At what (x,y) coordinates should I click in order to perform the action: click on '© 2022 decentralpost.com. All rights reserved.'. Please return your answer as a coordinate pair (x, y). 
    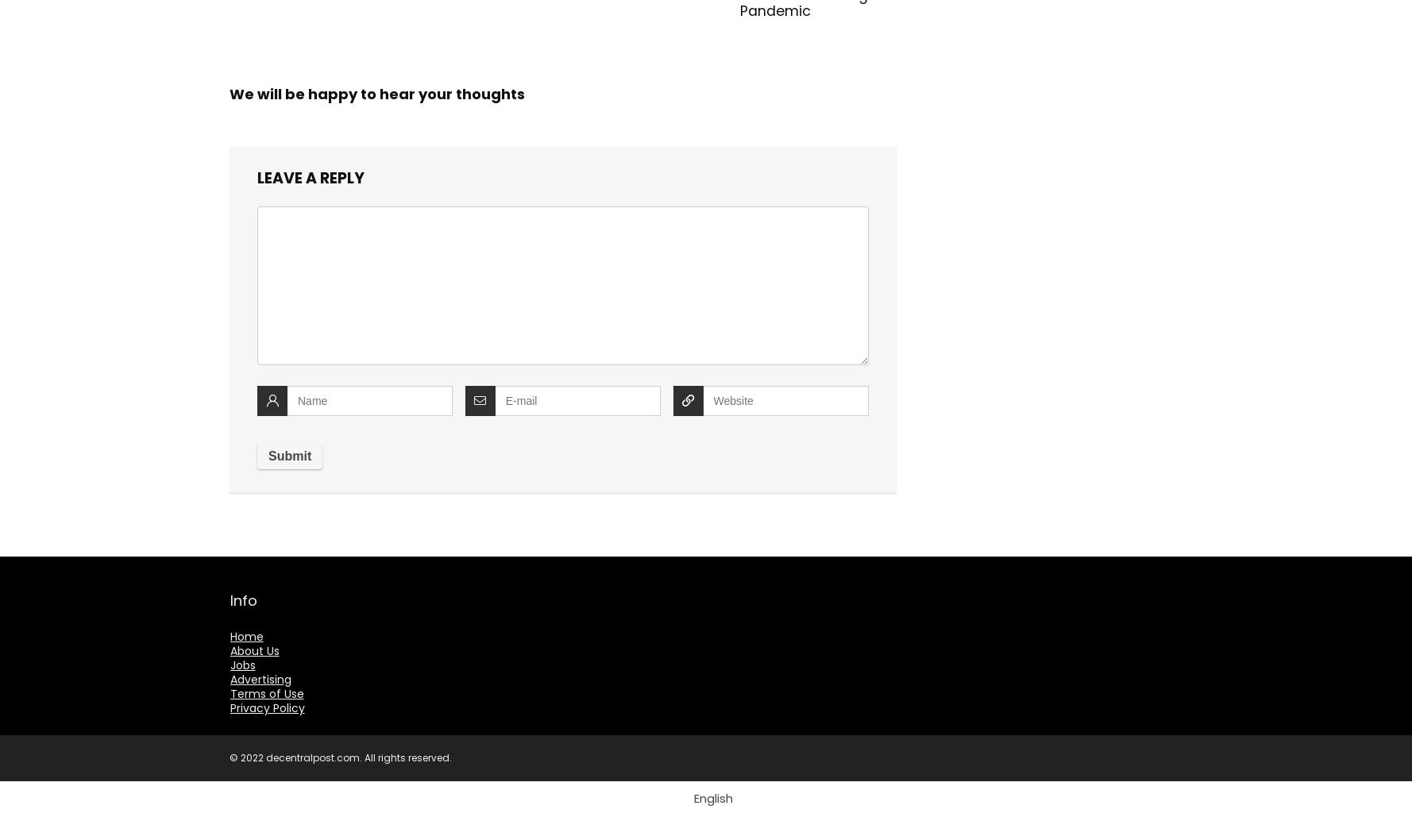
    Looking at the image, I should click on (341, 757).